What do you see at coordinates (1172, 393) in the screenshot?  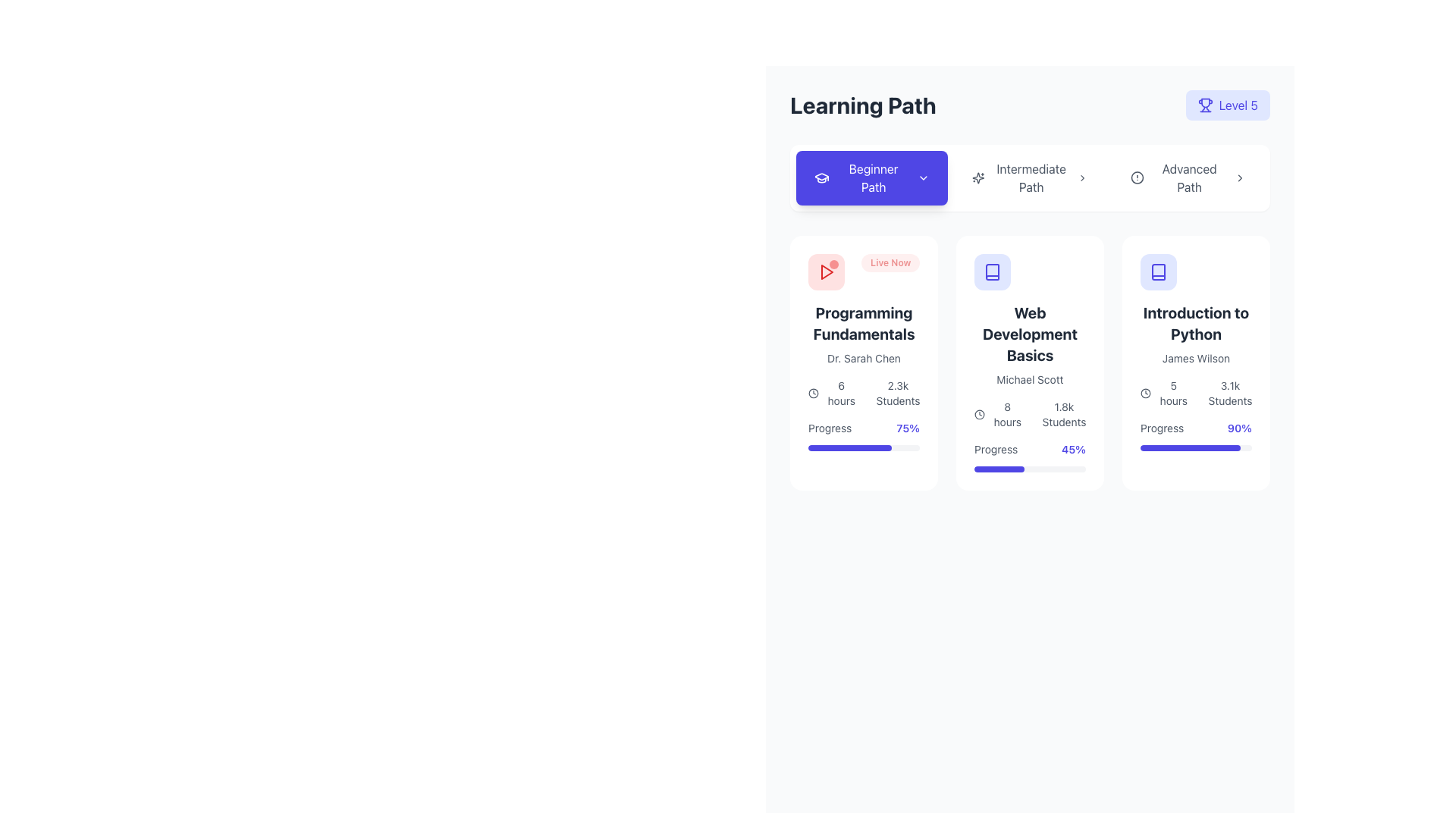 I see `the static text element displaying '5 hours', which is located at the bottom section of the 'Introduction to Python' course card, aligned to the left side just below the main course title and author information` at bounding box center [1172, 393].